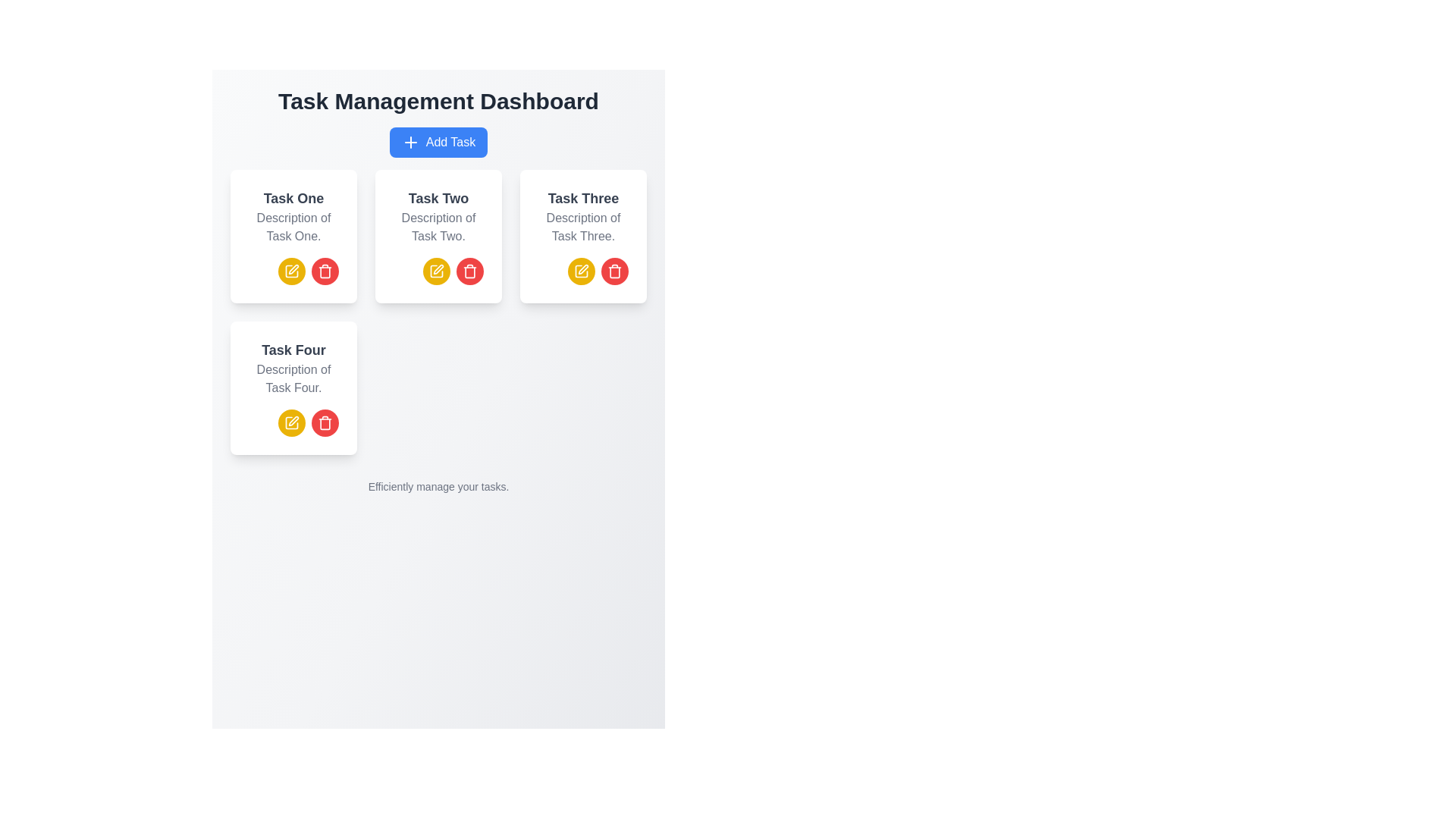  I want to click on the 'Edit Task' button icon located in the lower section of the 'Task Two' card to possibly reveal additional information, so click(291, 423).